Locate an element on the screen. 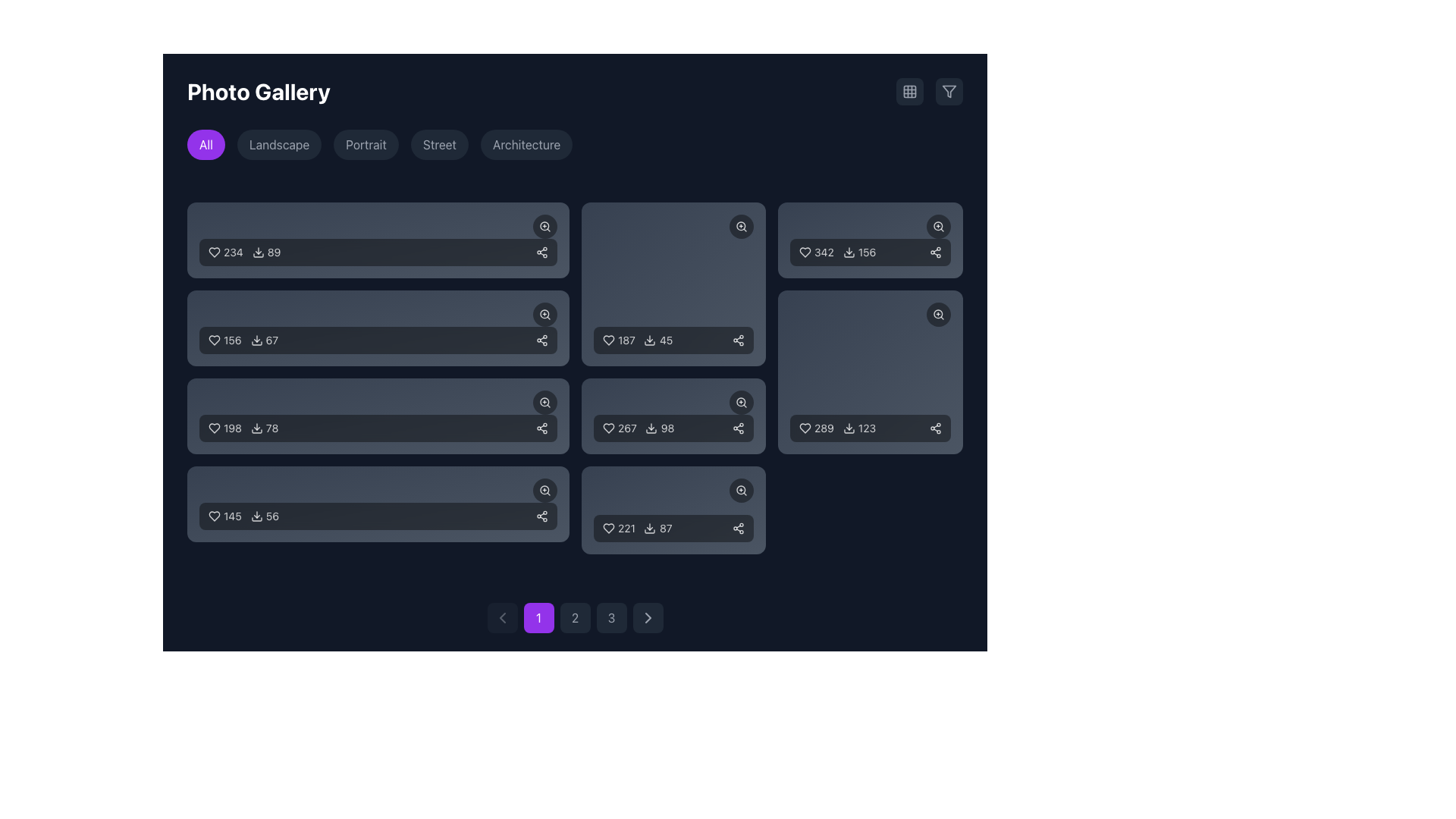 The image size is (1456, 819). the first numeric button in the navigation panel at the bottom of the interface is located at coordinates (538, 617).